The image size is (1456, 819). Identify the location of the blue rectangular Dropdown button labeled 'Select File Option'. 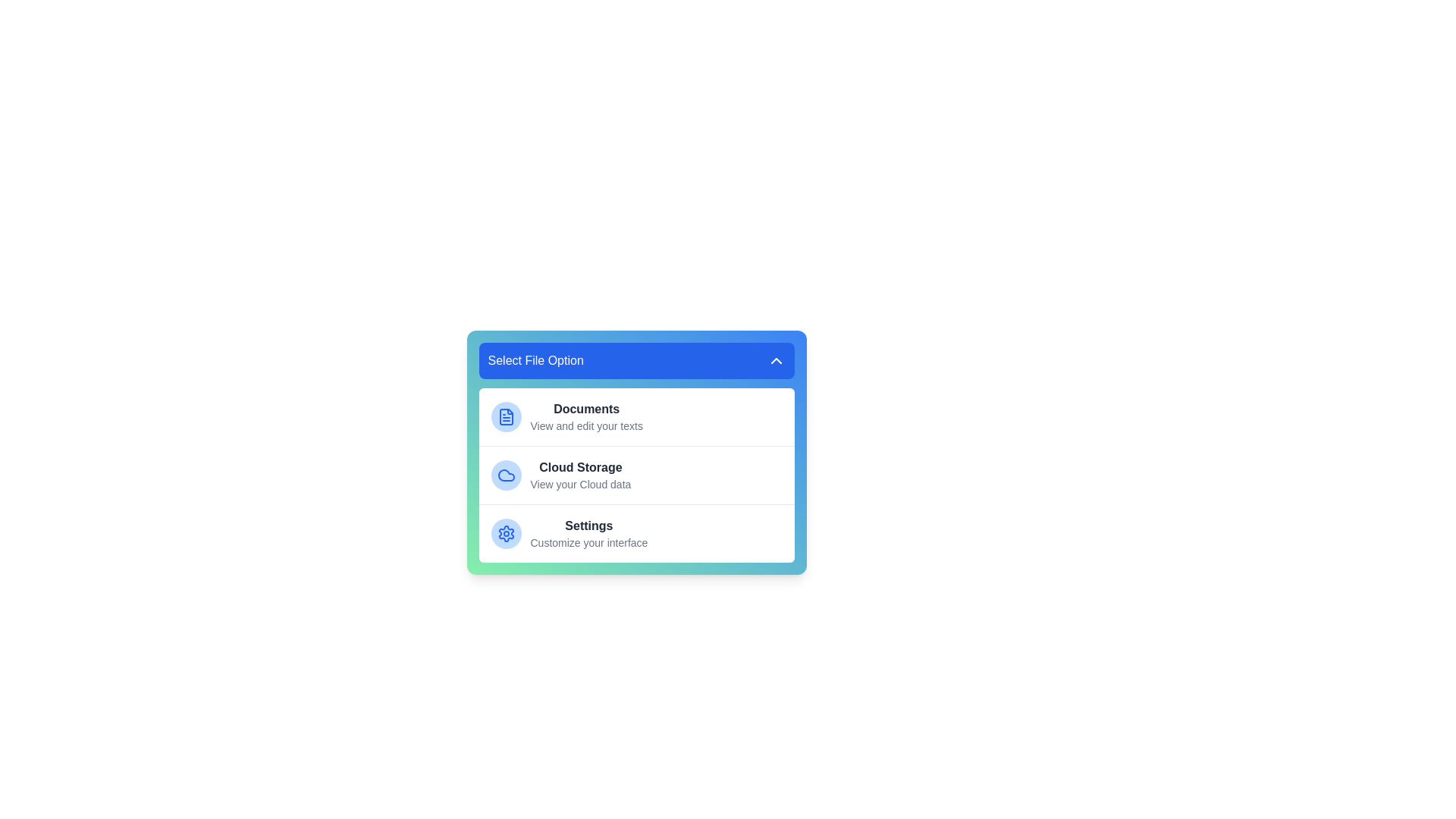
(636, 360).